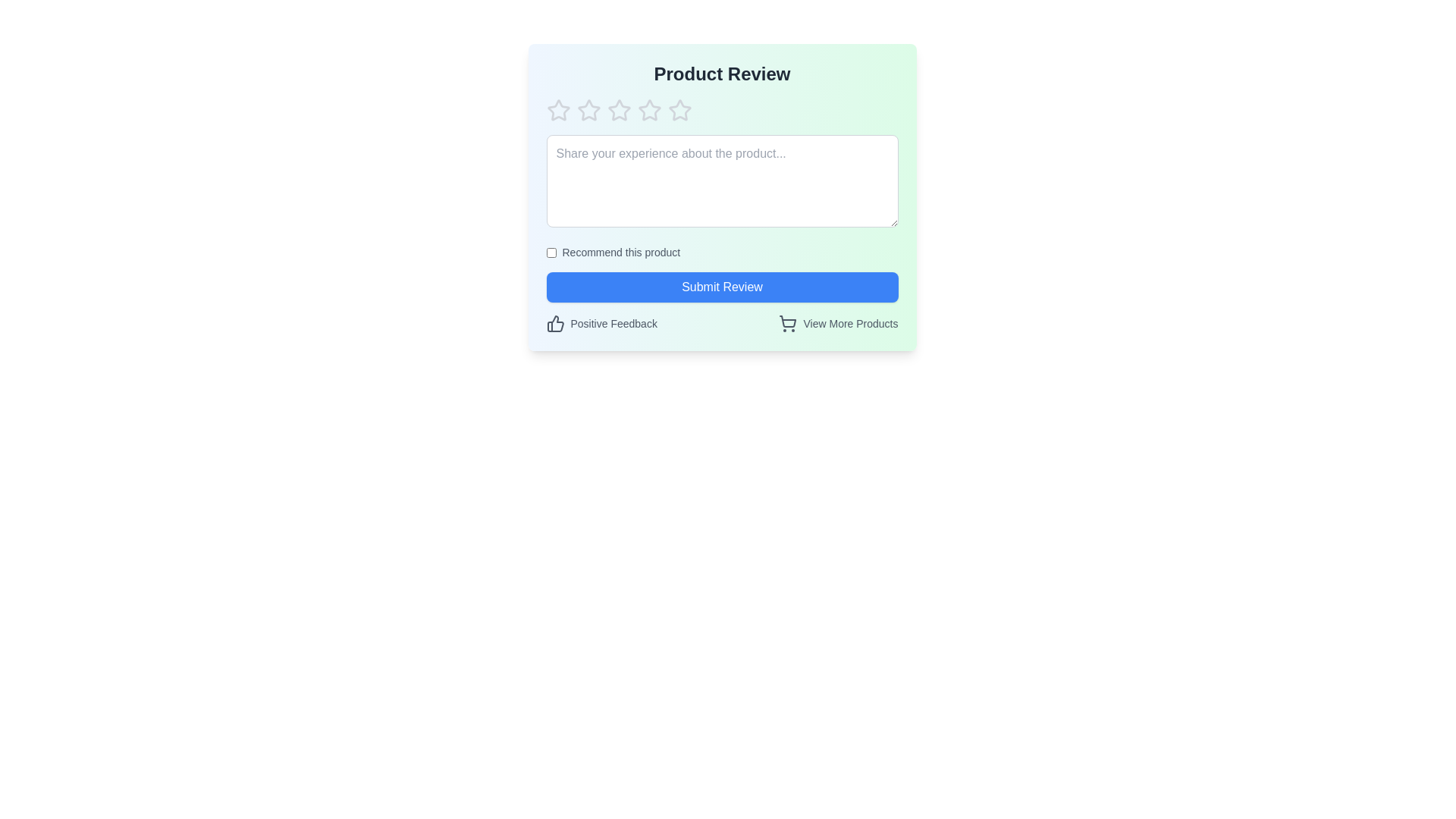  I want to click on the star representing 1 stars to preview the rating, so click(557, 110).